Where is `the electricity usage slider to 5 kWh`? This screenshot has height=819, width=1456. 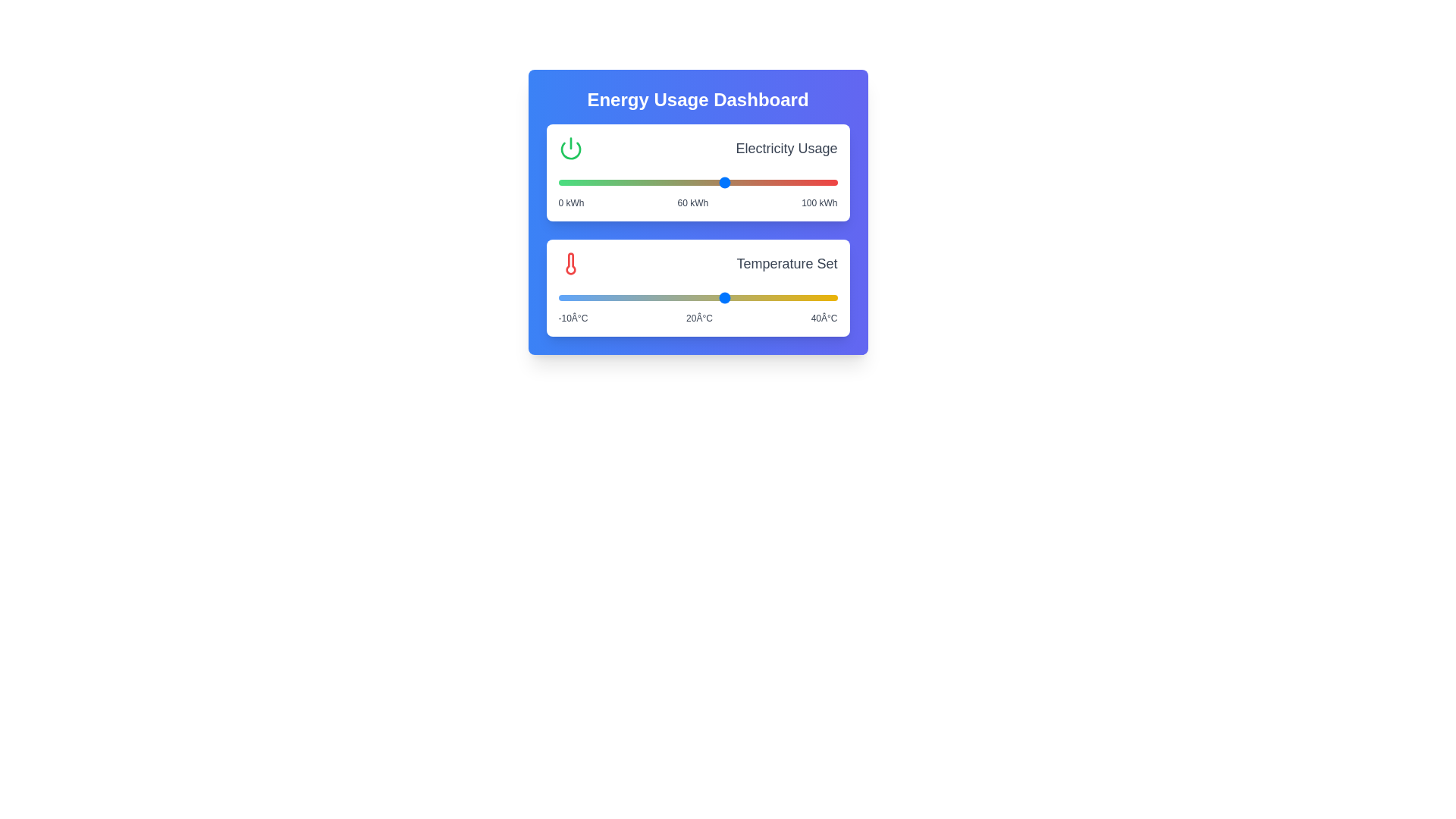 the electricity usage slider to 5 kWh is located at coordinates (571, 181).